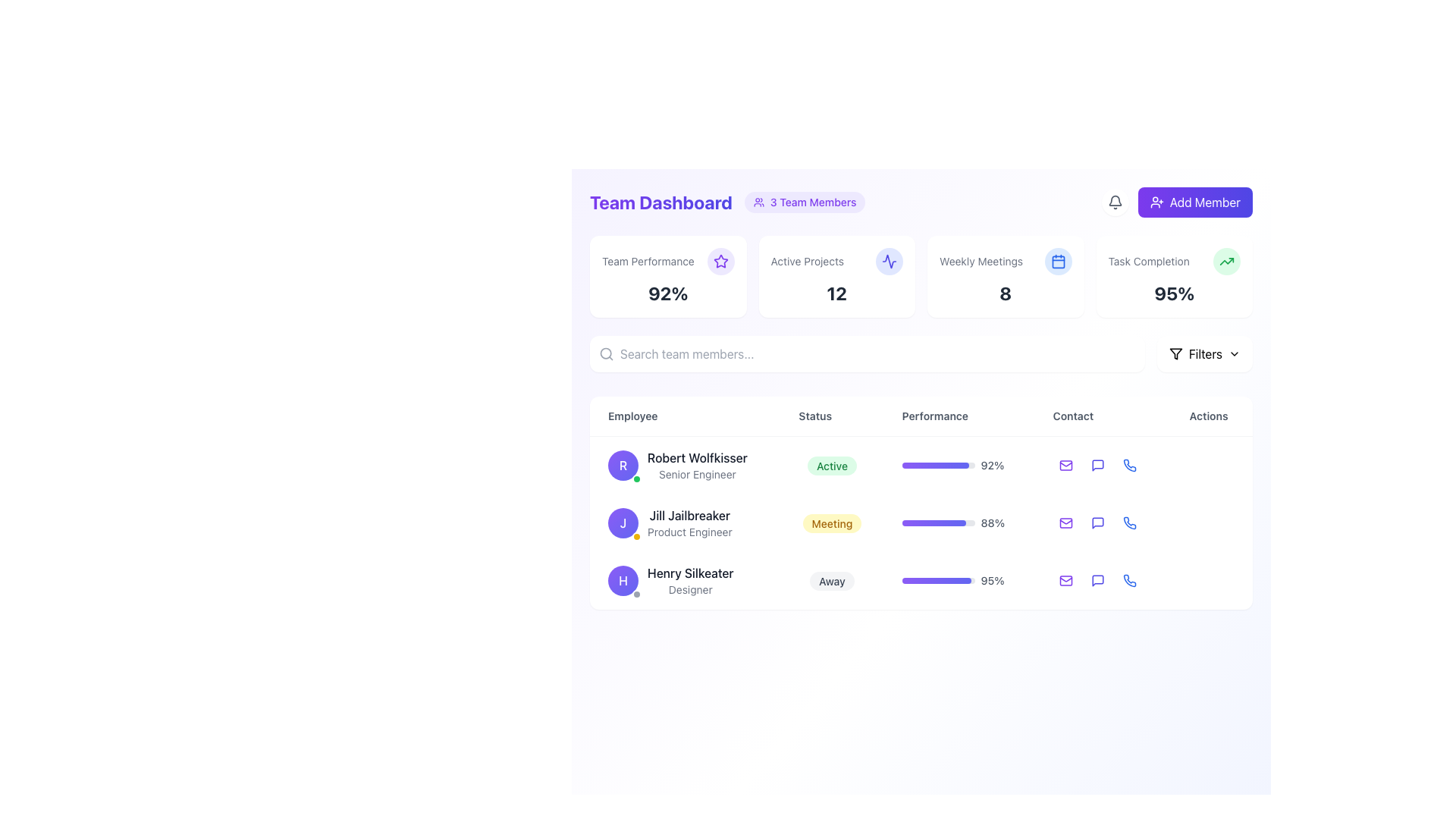 Image resolution: width=1456 pixels, height=819 pixels. I want to click on the progress bar displaying '92%' for 'Robert Wolfkisser' in the 'Performance' column, which is the first row of the table, so click(959, 464).